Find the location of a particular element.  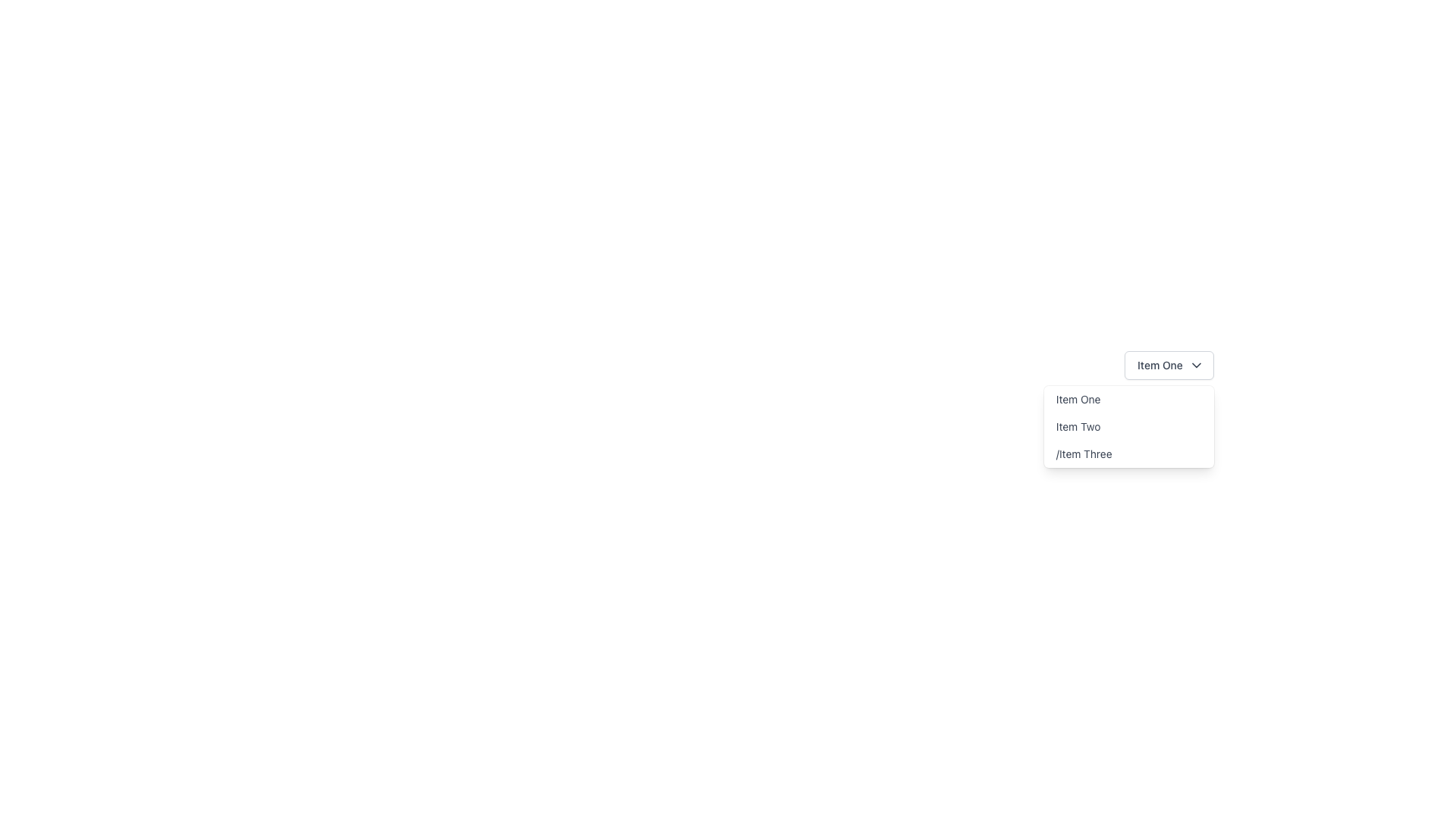

the second item is located at coordinates (1128, 427).